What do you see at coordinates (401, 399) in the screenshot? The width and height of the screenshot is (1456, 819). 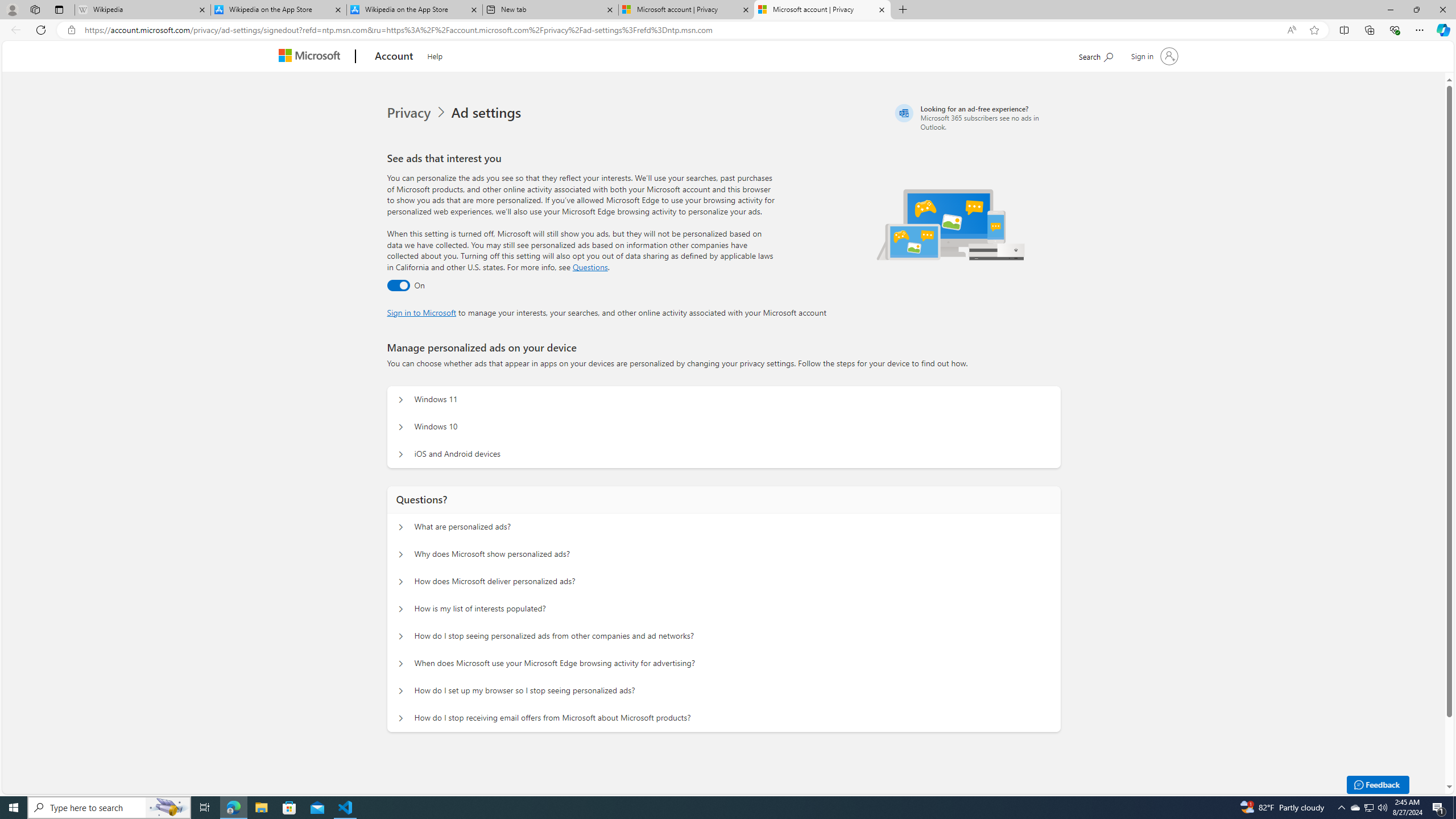 I see `'Manage personalized ads on your device Windows 11'` at bounding box center [401, 399].